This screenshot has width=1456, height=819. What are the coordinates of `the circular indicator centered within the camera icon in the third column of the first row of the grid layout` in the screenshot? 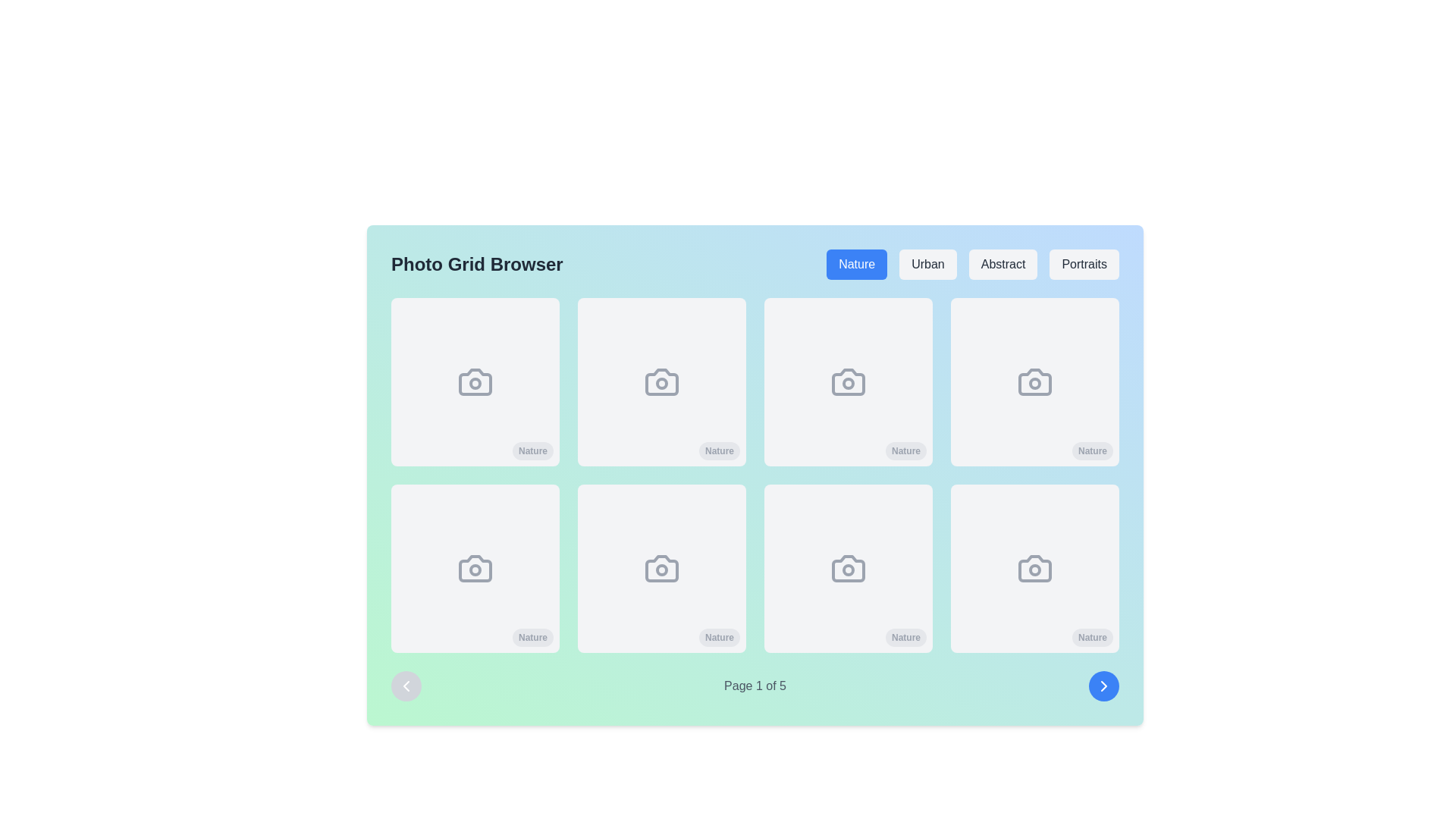 It's located at (847, 382).